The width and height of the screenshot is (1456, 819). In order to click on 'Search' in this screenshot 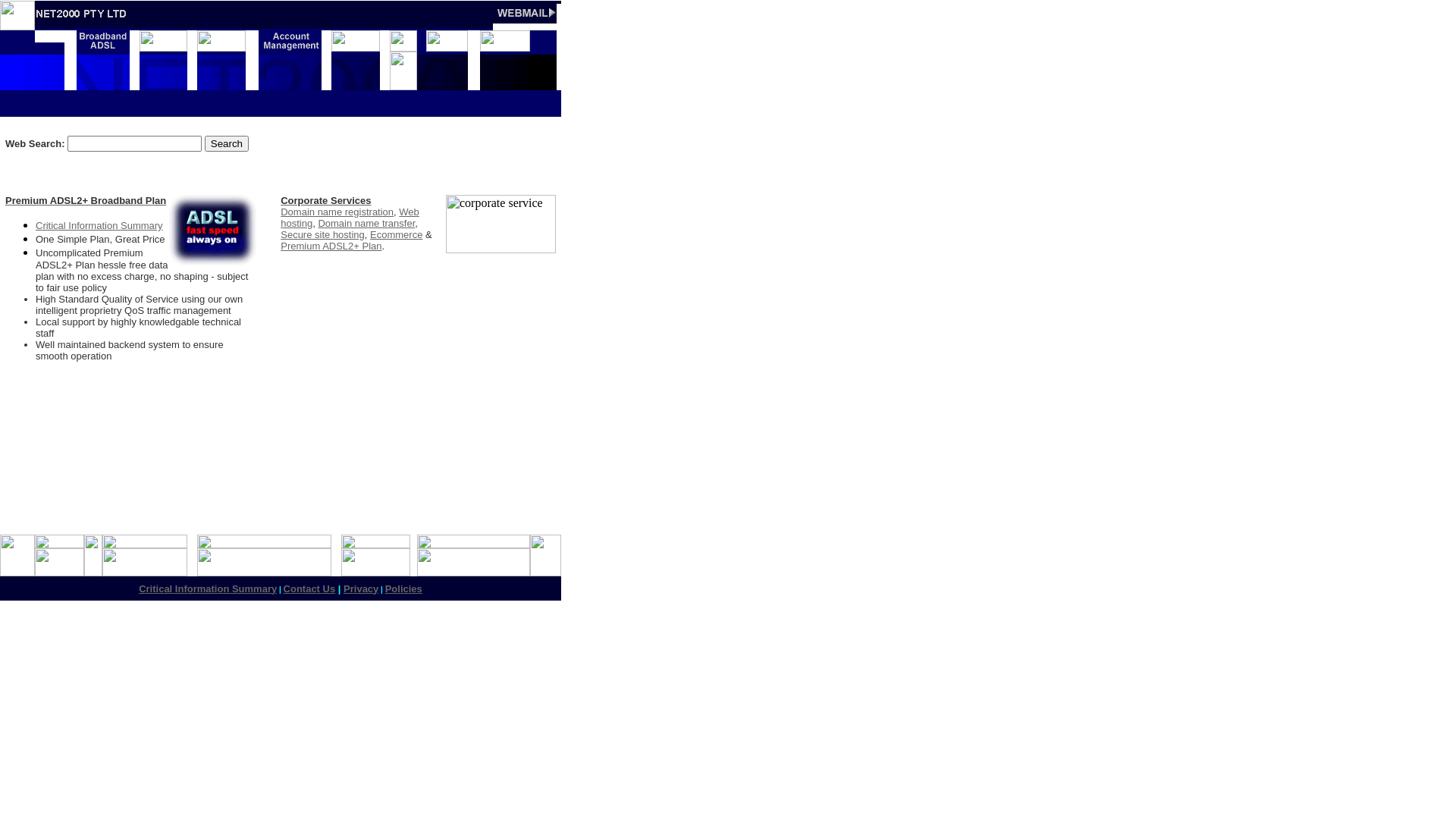, I will do `click(203, 143)`.